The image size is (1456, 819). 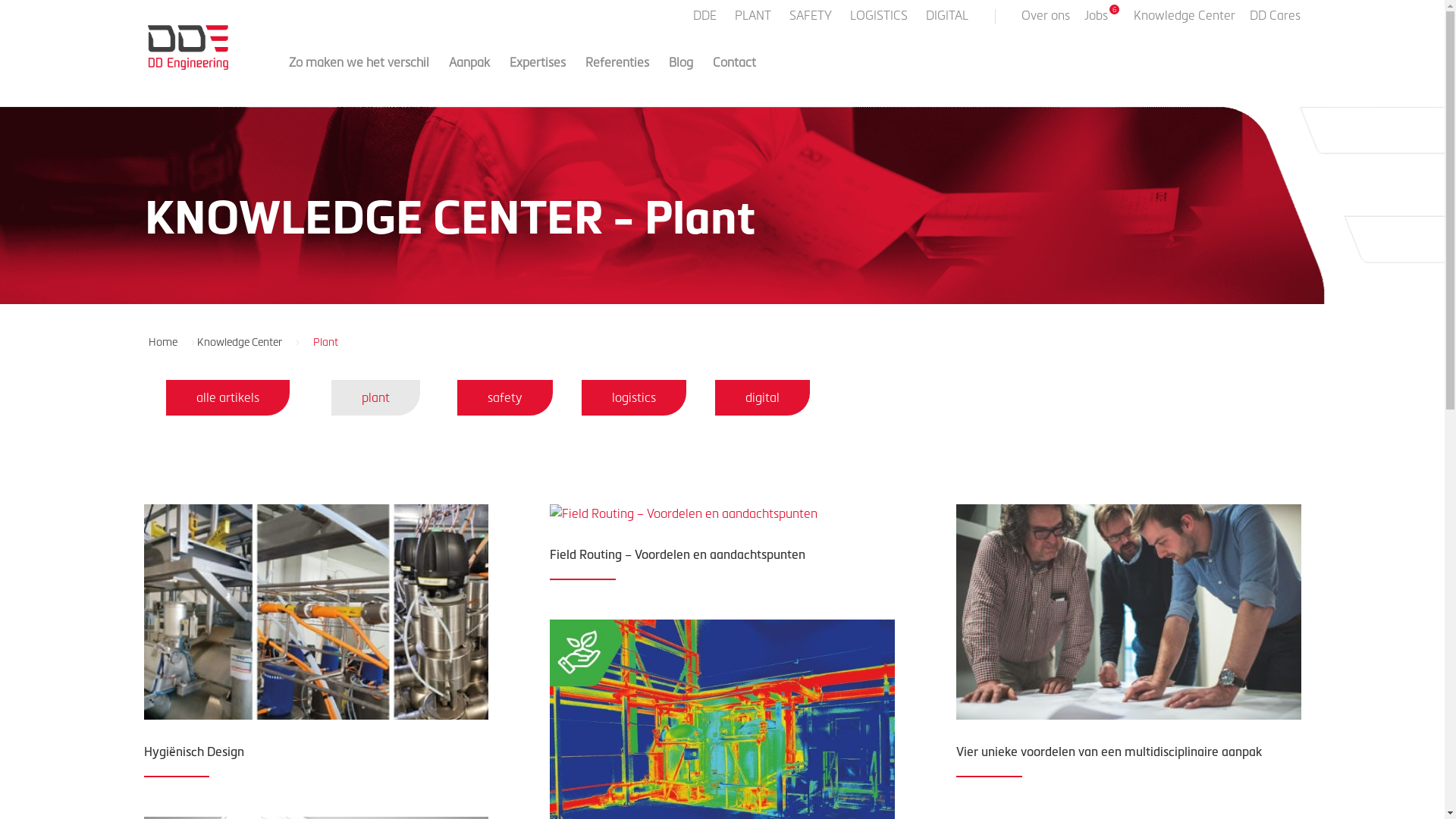 What do you see at coordinates (245, 341) in the screenshot?
I see `'Knowledge Center'` at bounding box center [245, 341].